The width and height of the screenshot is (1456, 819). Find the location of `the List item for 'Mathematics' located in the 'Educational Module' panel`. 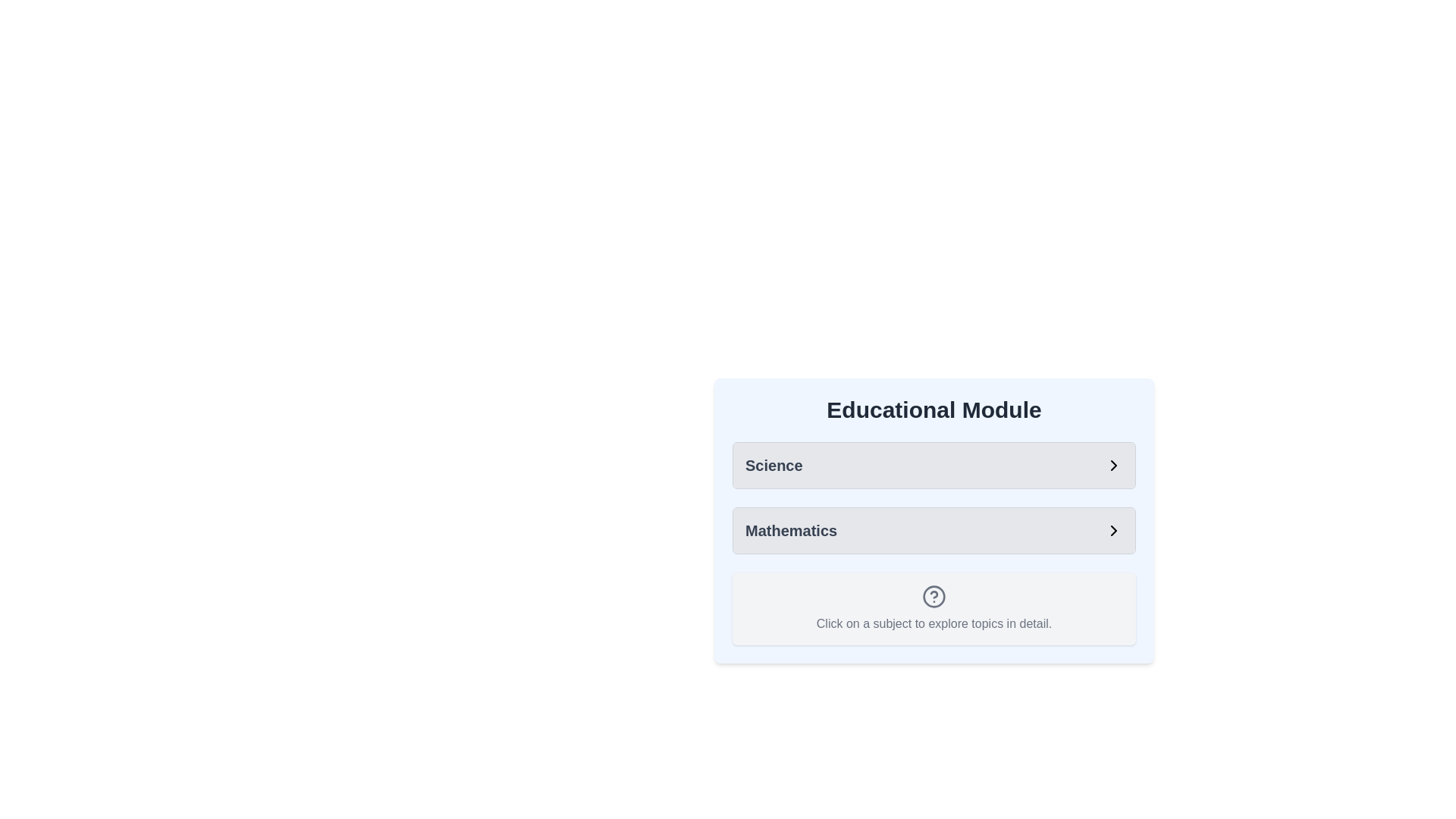

the List item for 'Mathematics' located in the 'Educational Module' panel is located at coordinates (934, 529).